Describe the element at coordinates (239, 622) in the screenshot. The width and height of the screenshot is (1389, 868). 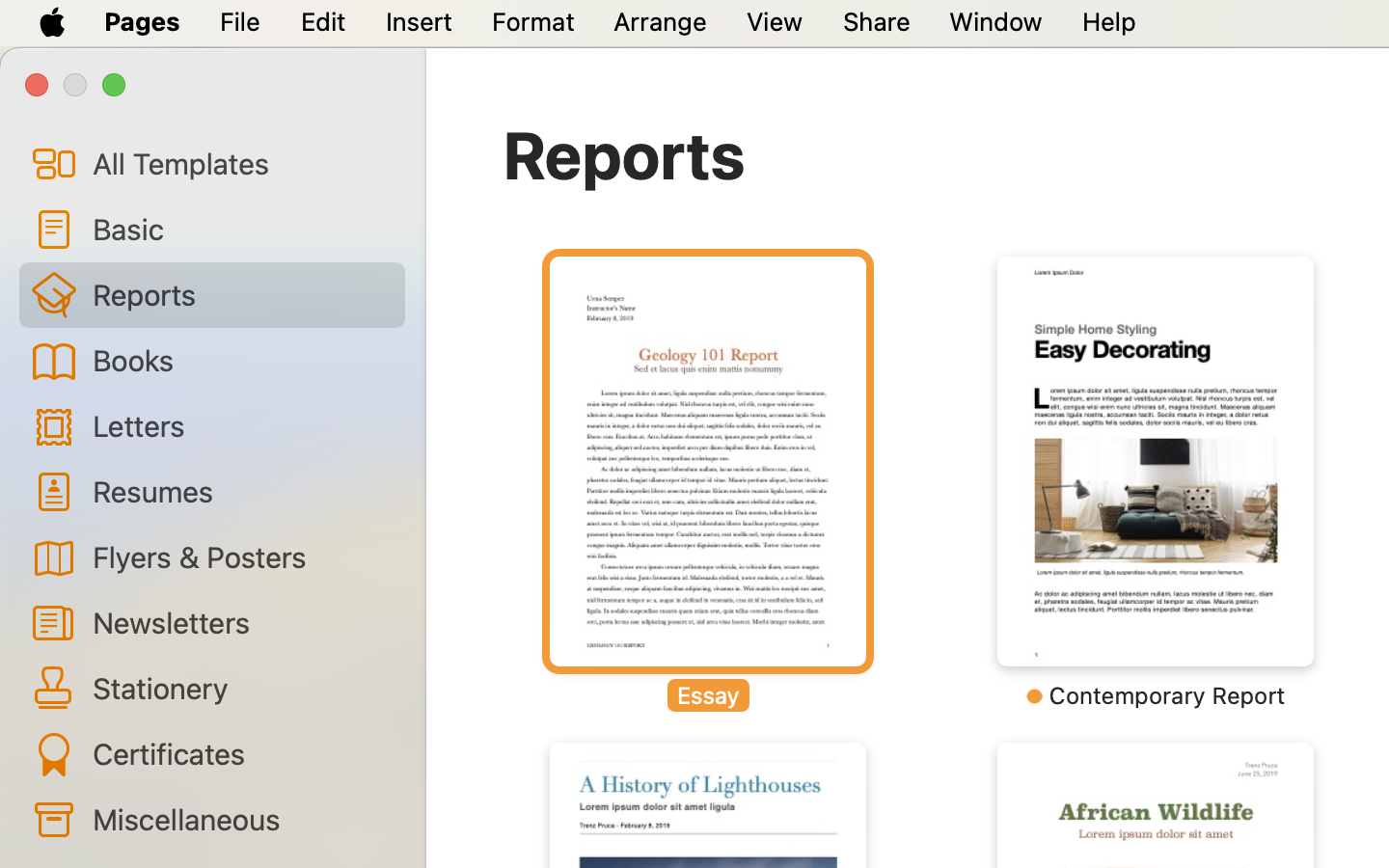
I see `'Newsletters'` at that location.